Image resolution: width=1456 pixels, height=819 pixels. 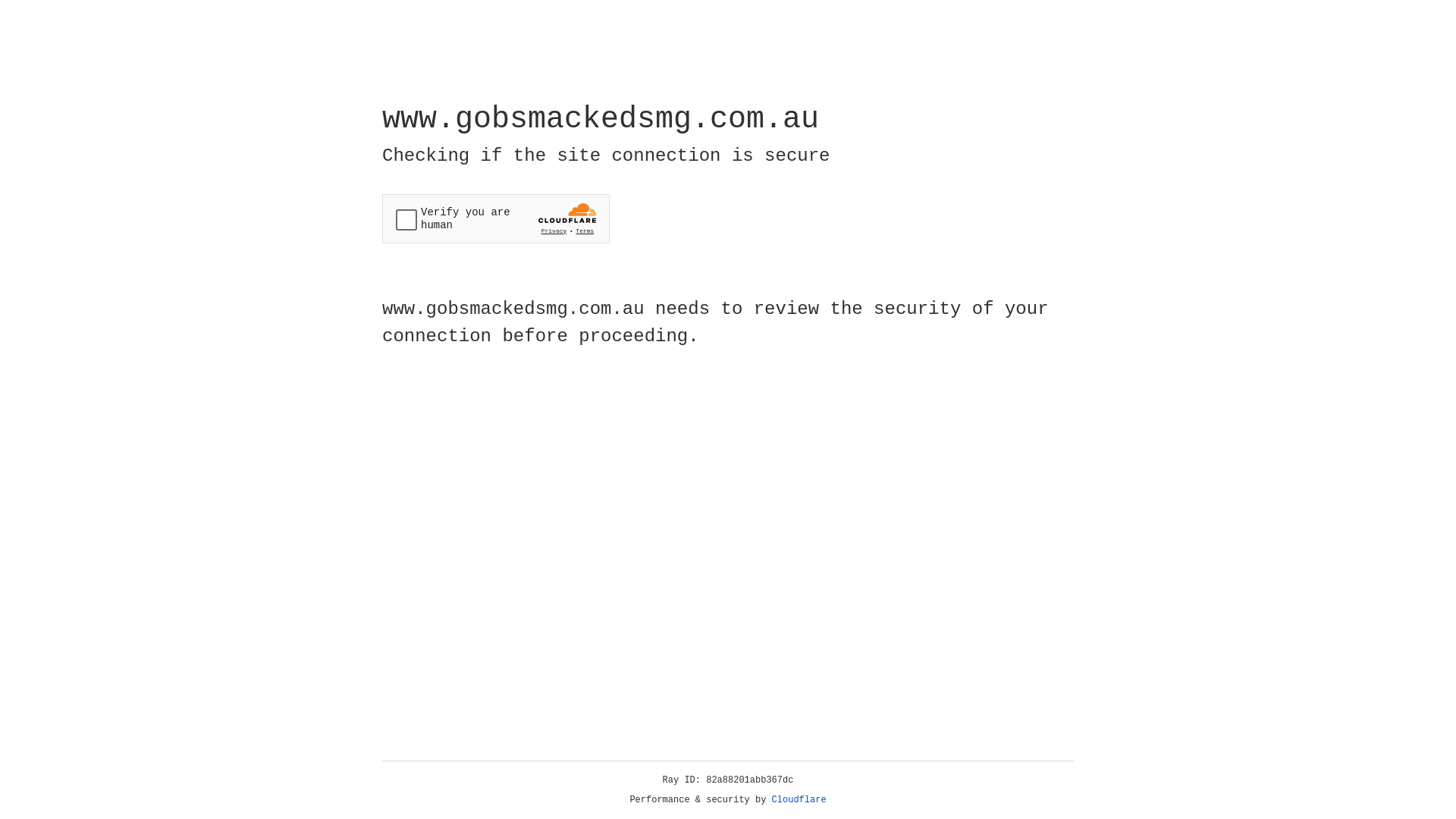 I want to click on 'Cloudflare', so click(x=799, y=799).